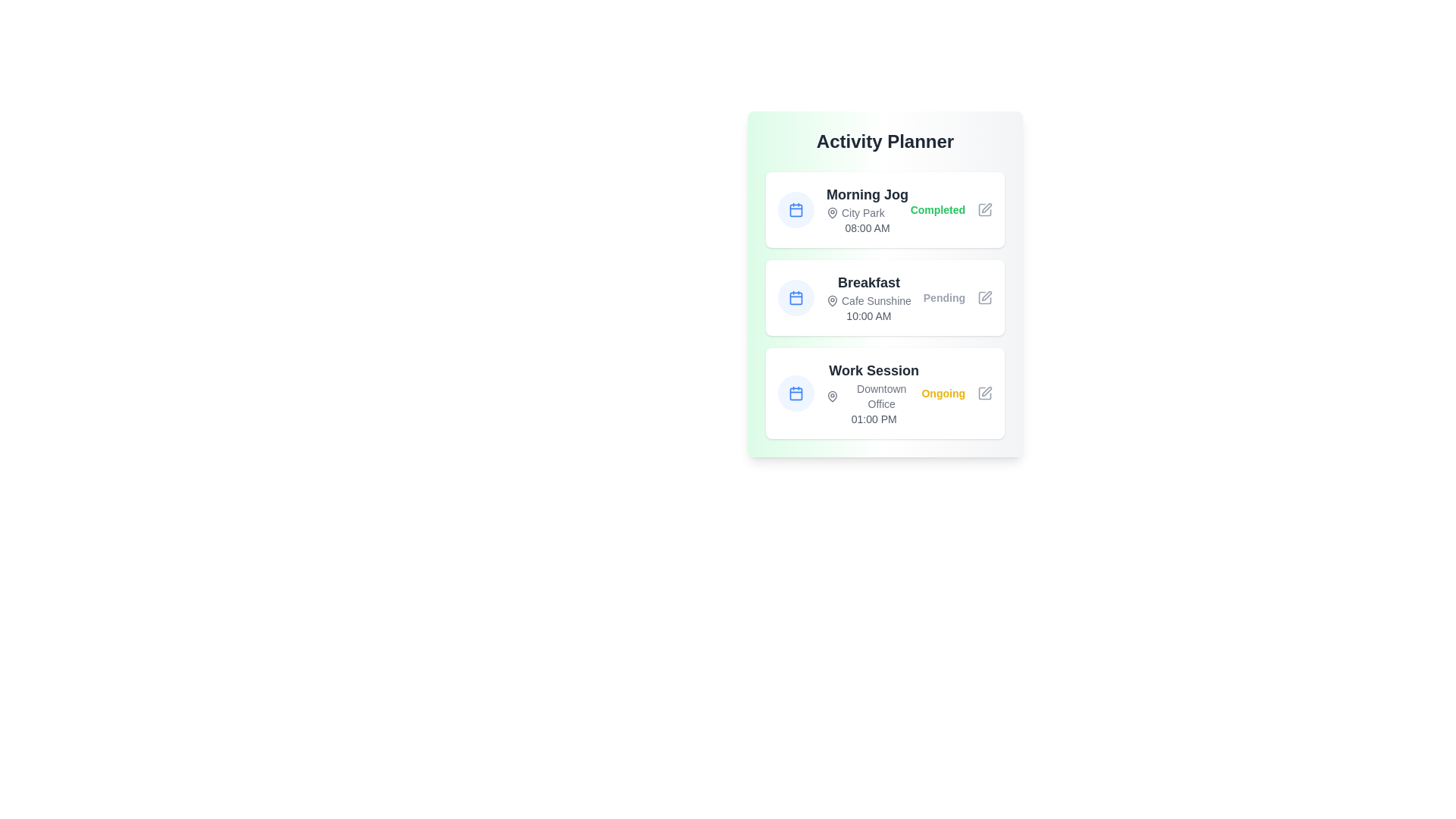 The image size is (1456, 819). What do you see at coordinates (985, 393) in the screenshot?
I see `the in-place editing button located to the right of the 'Ongoing' label under the 'Work Session' task to initiate editing` at bounding box center [985, 393].